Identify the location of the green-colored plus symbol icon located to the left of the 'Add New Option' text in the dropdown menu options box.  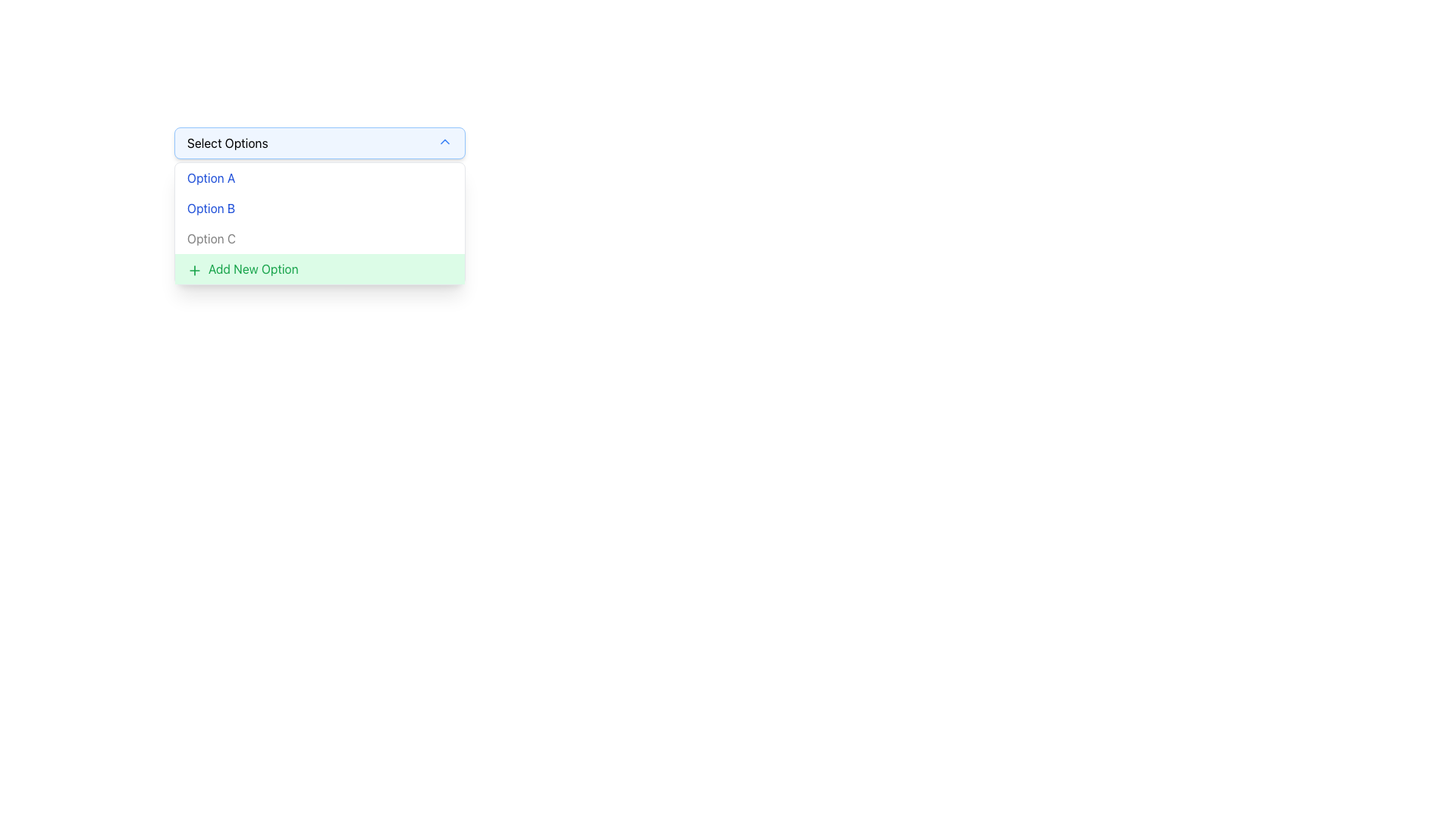
(194, 268).